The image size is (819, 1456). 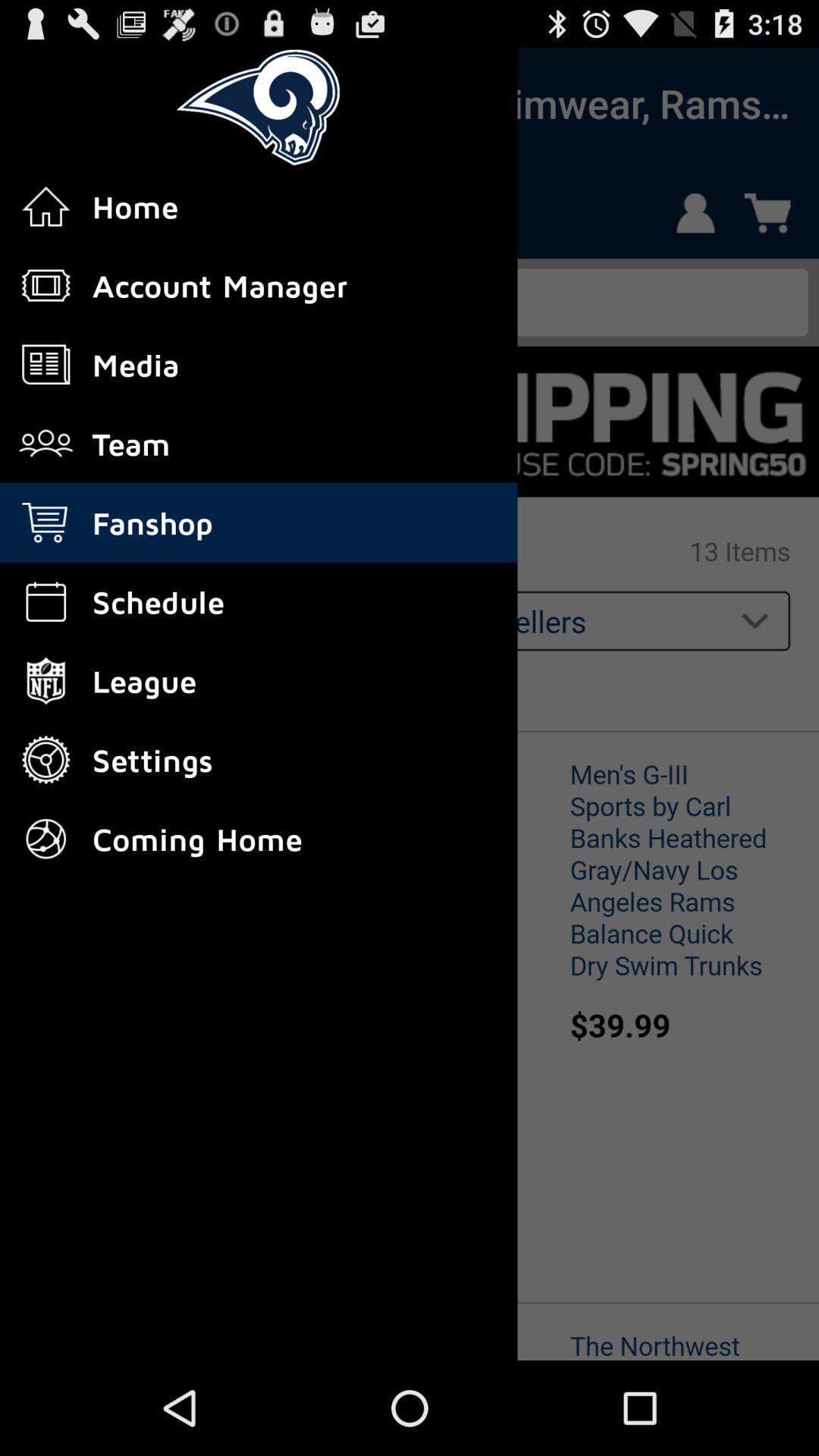 I want to click on enter the fourth icon, so click(x=45, y=443).